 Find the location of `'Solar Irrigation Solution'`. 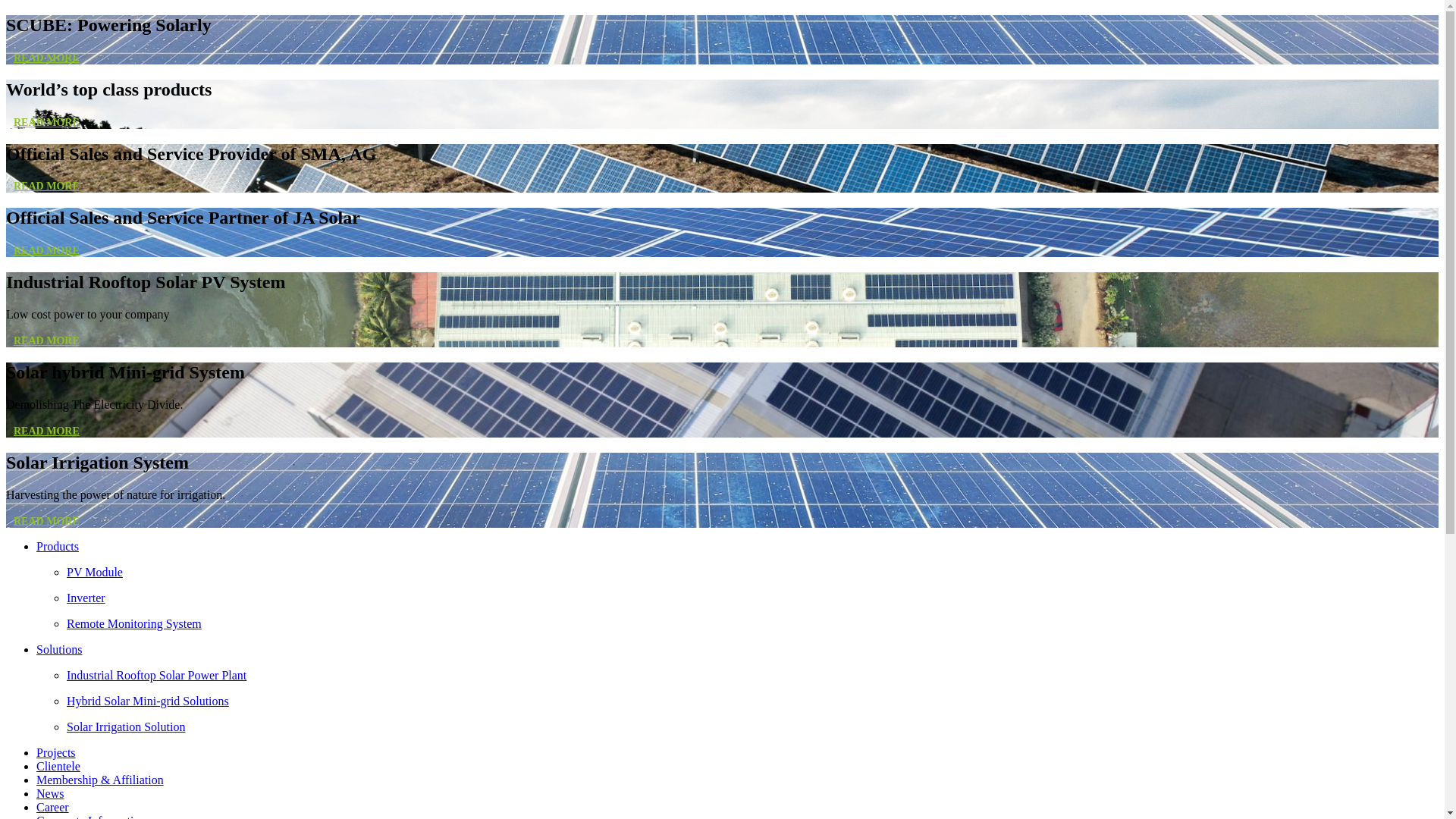

'Solar Irrigation Solution' is located at coordinates (752, 726).